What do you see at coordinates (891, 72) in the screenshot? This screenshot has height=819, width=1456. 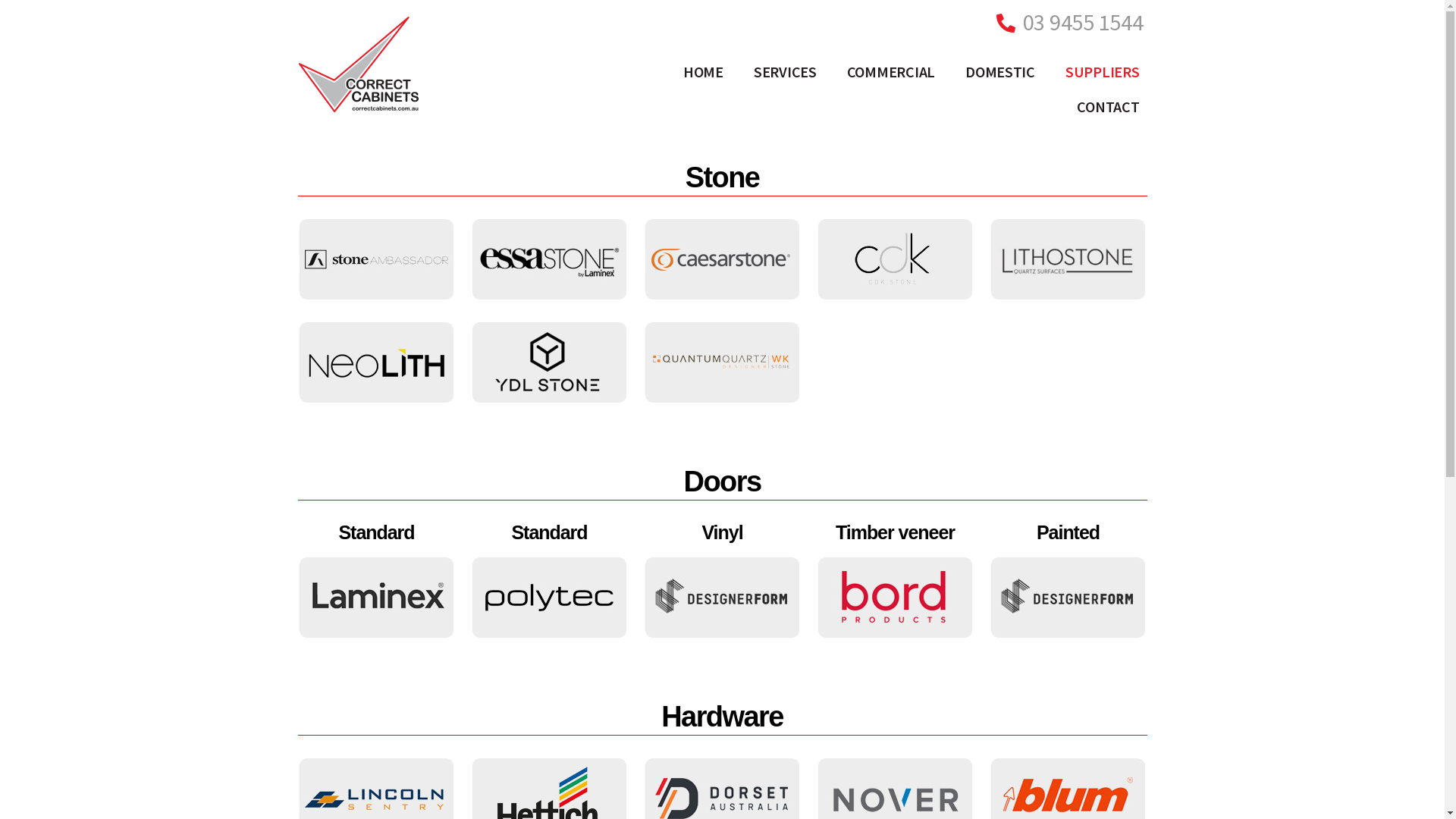 I see `'COMMERCIAL'` at bounding box center [891, 72].